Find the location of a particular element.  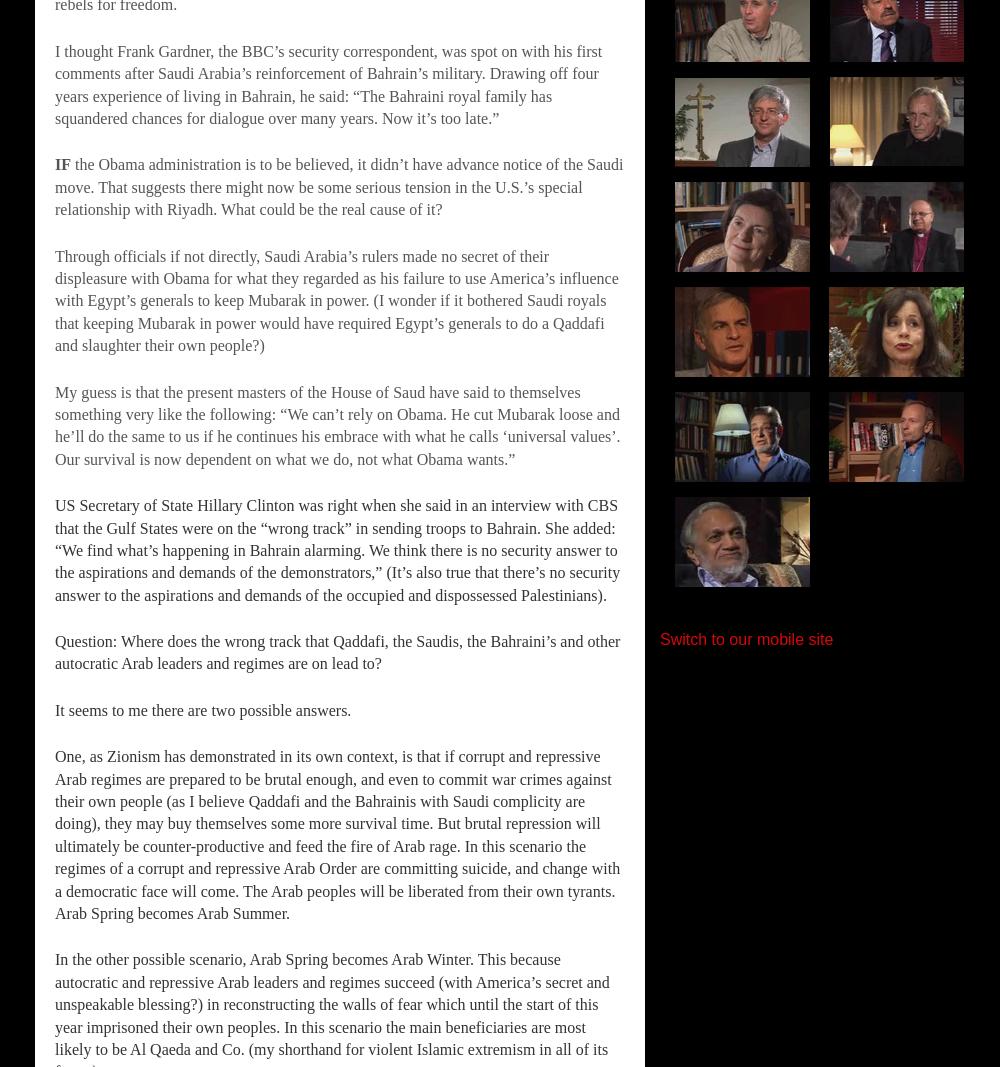

'Switch to our mobile site' is located at coordinates (745, 638).